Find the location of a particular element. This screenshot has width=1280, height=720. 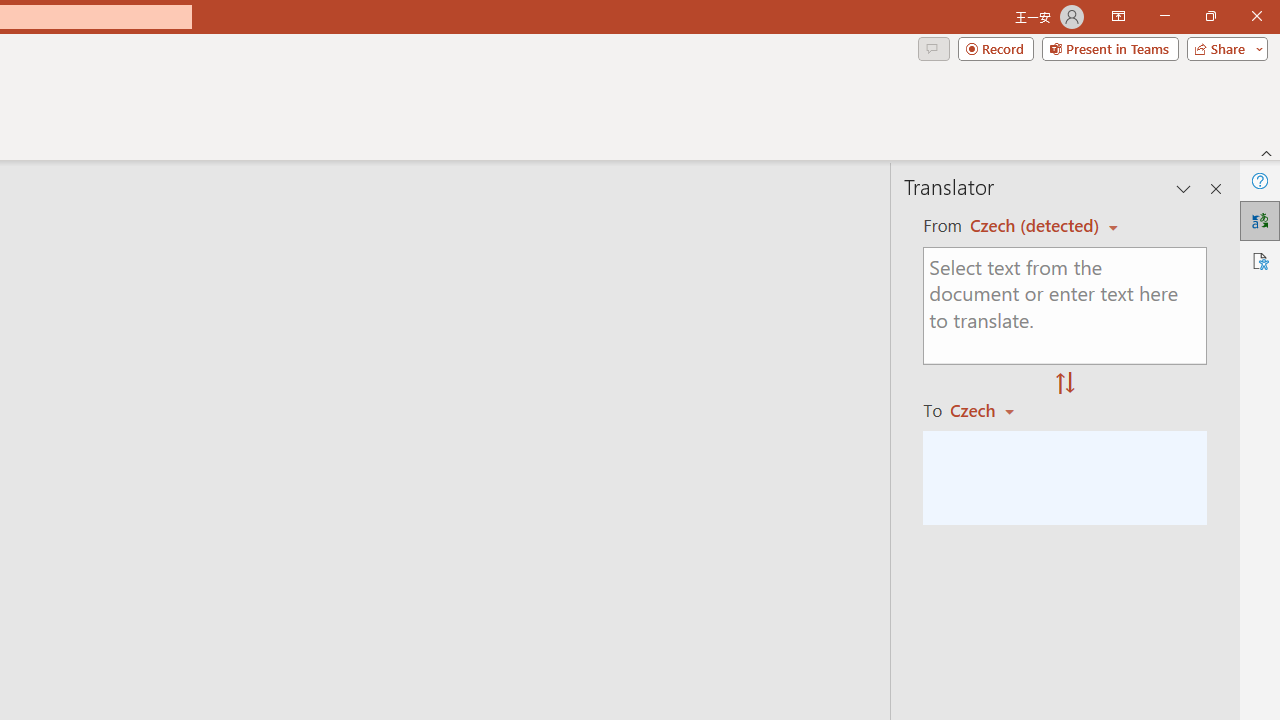

'Czech (detected)' is located at coordinates (1037, 225).